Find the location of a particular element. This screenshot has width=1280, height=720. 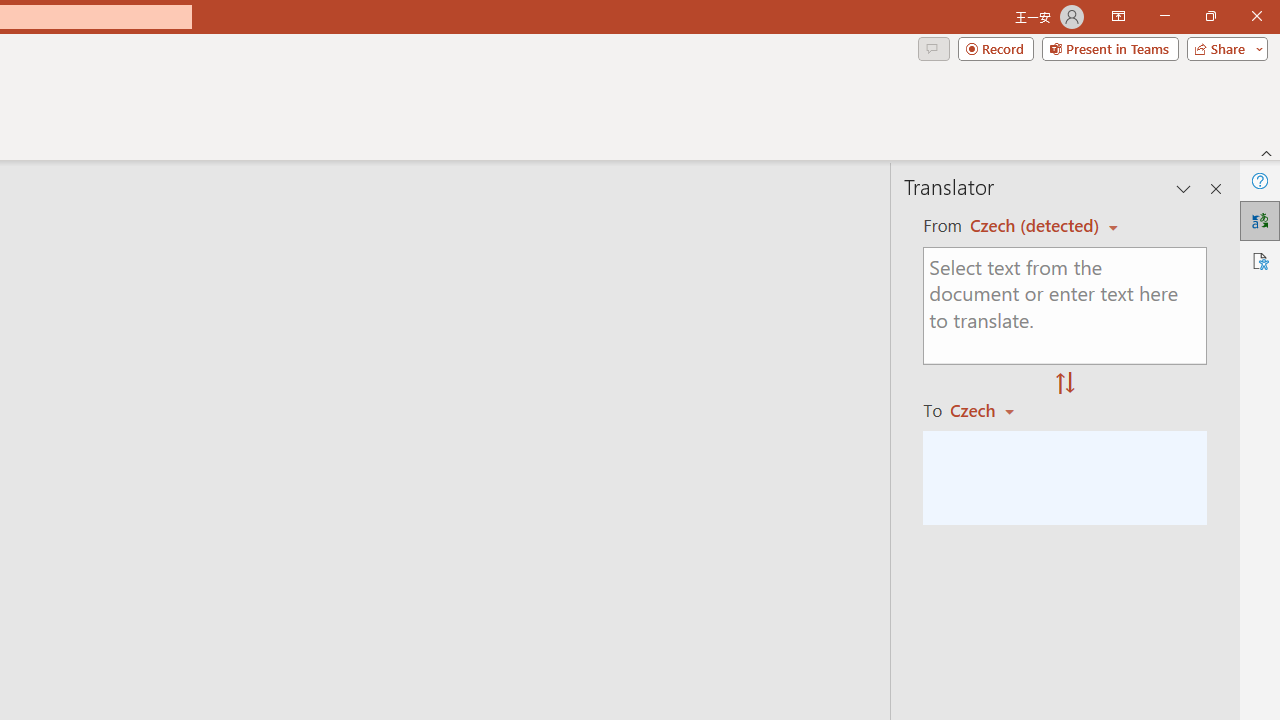

'Czech (detected)' is located at coordinates (1037, 225).